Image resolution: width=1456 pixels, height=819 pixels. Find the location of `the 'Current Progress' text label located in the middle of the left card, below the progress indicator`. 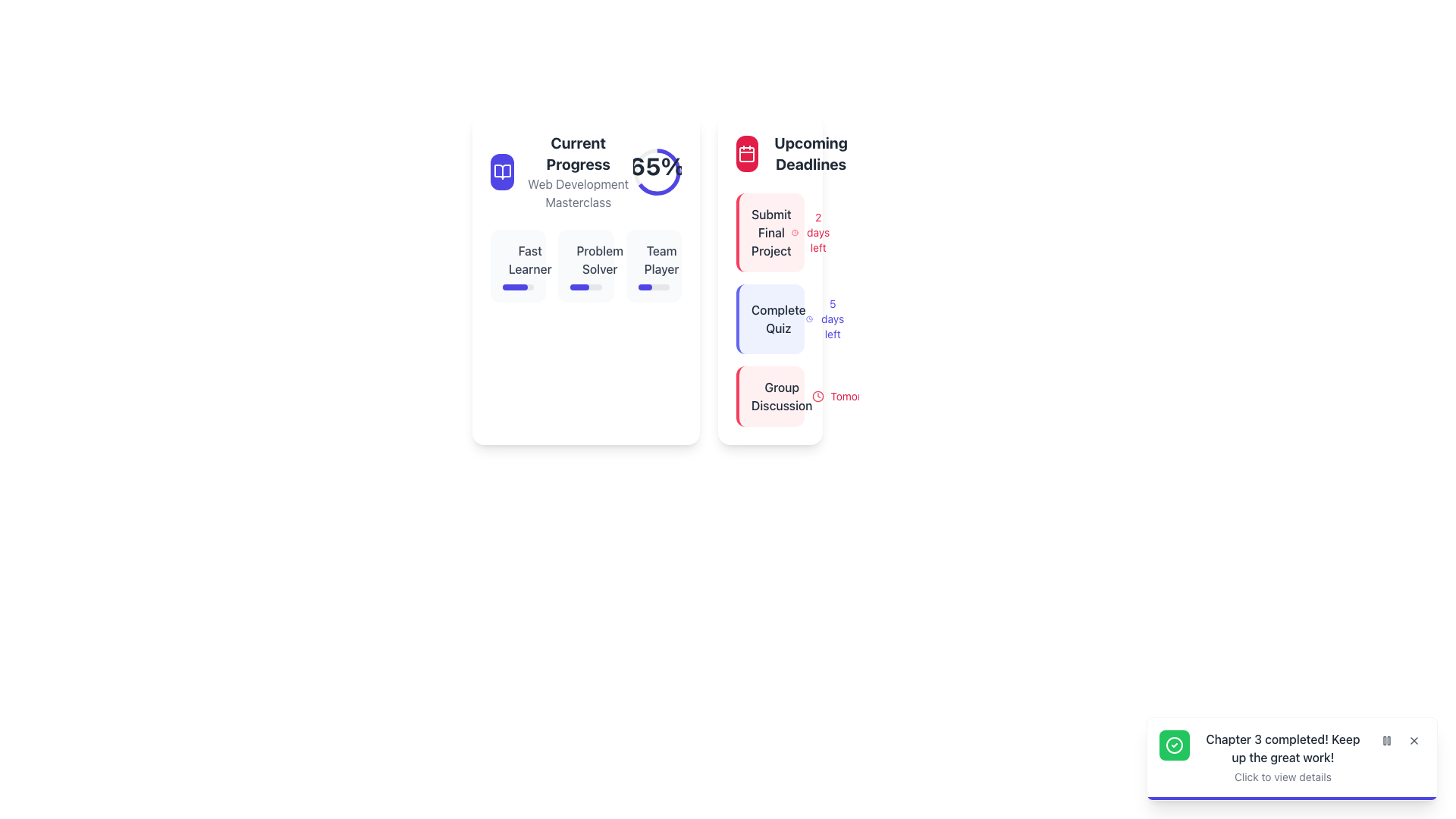

the 'Current Progress' text label located in the middle of the left card, below the progress indicator is located at coordinates (599, 259).